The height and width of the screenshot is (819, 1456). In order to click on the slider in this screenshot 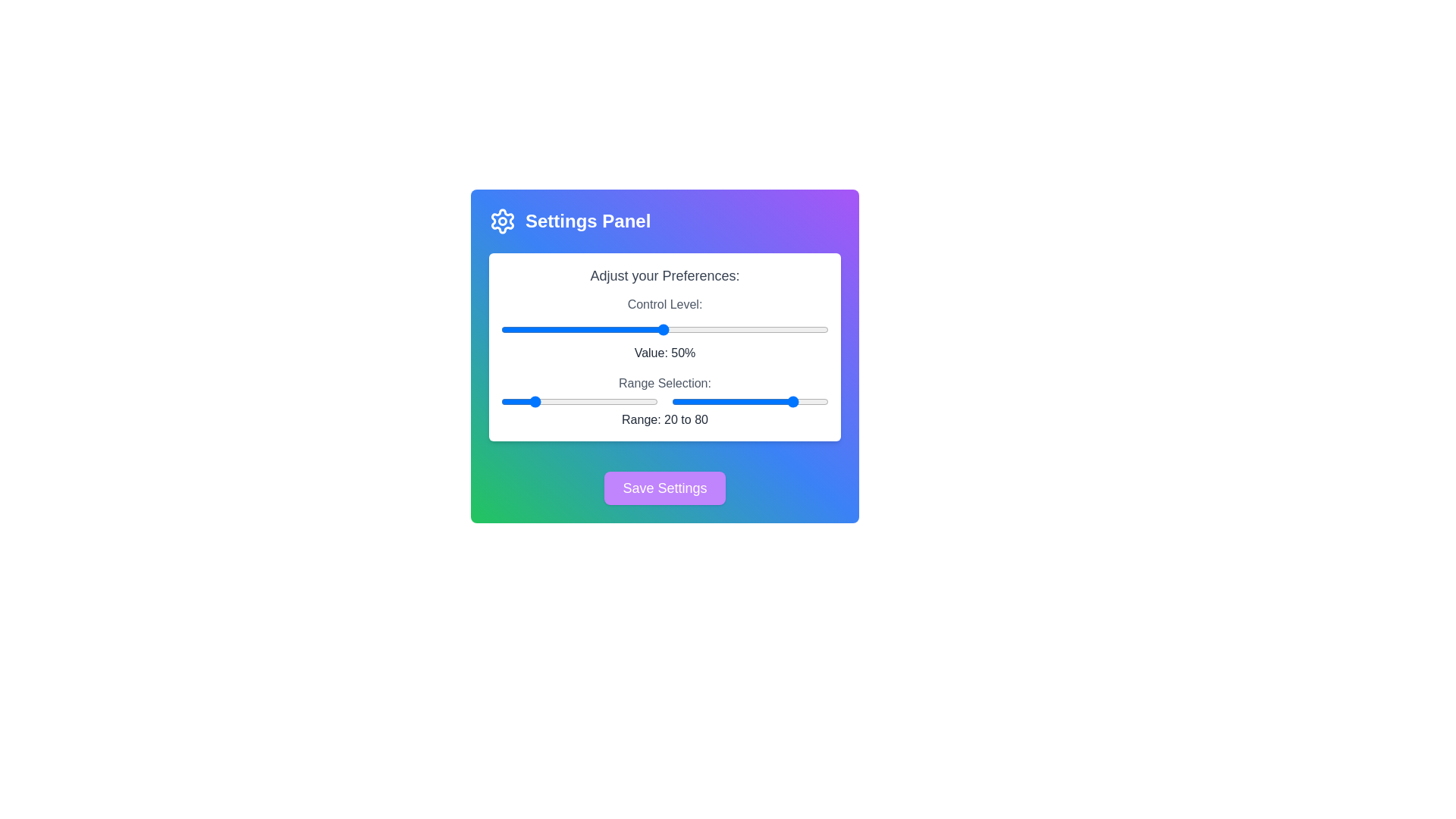, I will do `click(603, 400)`.